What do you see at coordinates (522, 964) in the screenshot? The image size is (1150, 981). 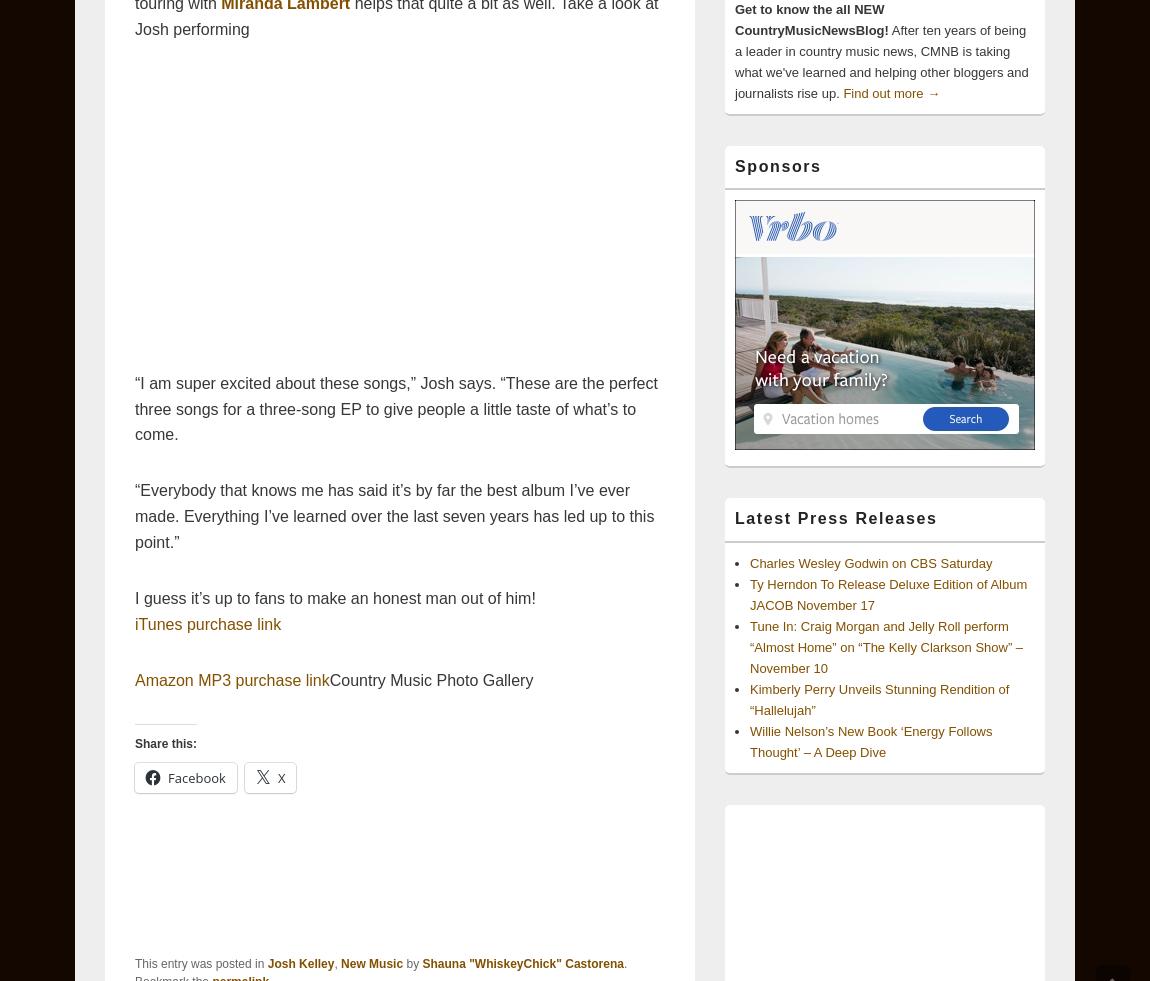 I see `'Shauna "WhiskeyChick" Castorena'` at bounding box center [522, 964].